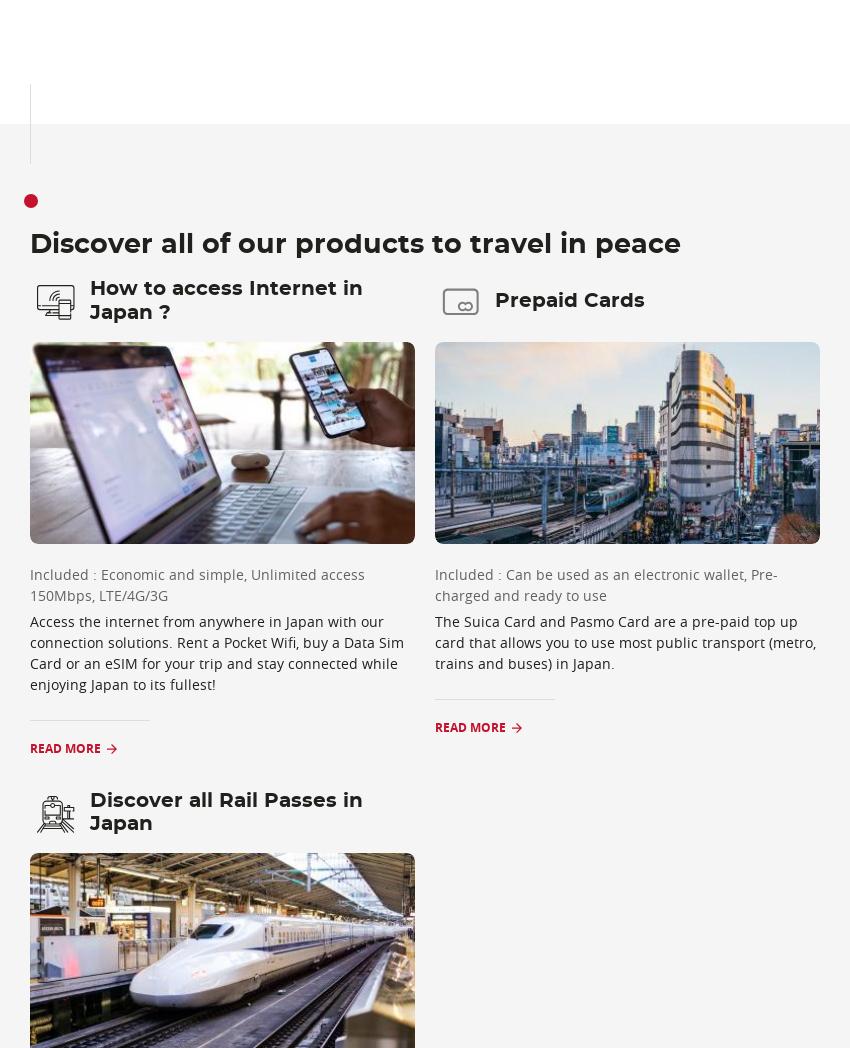  Describe the element at coordinates (354, 244) in the screenshot. I see `'Discover all of our products to travel in peace'` at that location.